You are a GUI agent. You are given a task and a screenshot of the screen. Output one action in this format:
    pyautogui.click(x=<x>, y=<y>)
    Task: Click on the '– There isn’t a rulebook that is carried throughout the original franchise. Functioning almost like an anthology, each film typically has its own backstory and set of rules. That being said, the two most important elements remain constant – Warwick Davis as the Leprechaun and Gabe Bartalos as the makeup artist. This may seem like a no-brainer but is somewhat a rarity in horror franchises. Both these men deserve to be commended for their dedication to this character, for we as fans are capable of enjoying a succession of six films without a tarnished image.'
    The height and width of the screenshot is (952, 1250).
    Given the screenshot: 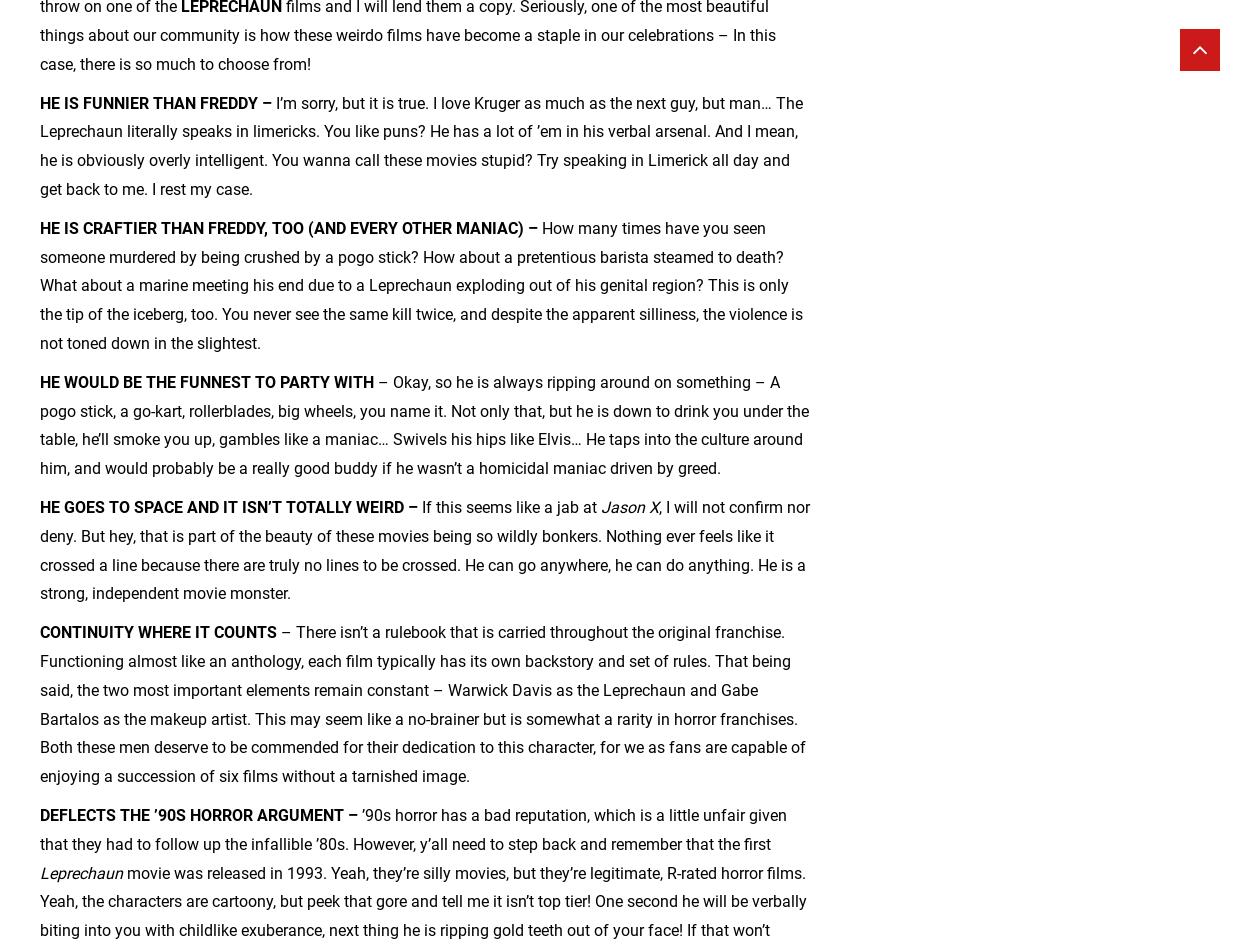 What is the action you would take?
    pyautogui.click(x=423, y=704)
    